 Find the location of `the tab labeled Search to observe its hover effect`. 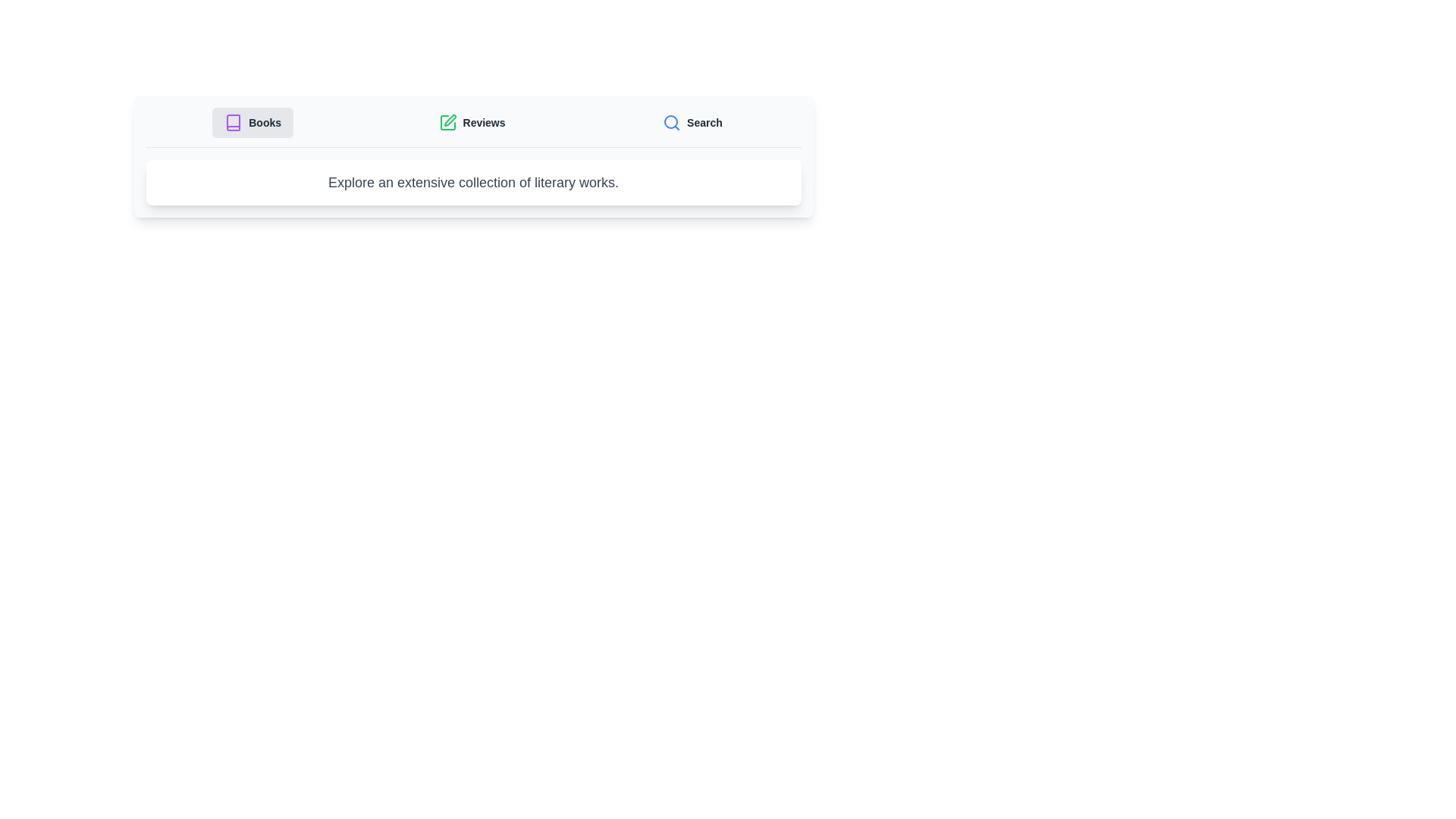

the tab labeled Search to observe its hover effect is located at coordinates (691, 122).